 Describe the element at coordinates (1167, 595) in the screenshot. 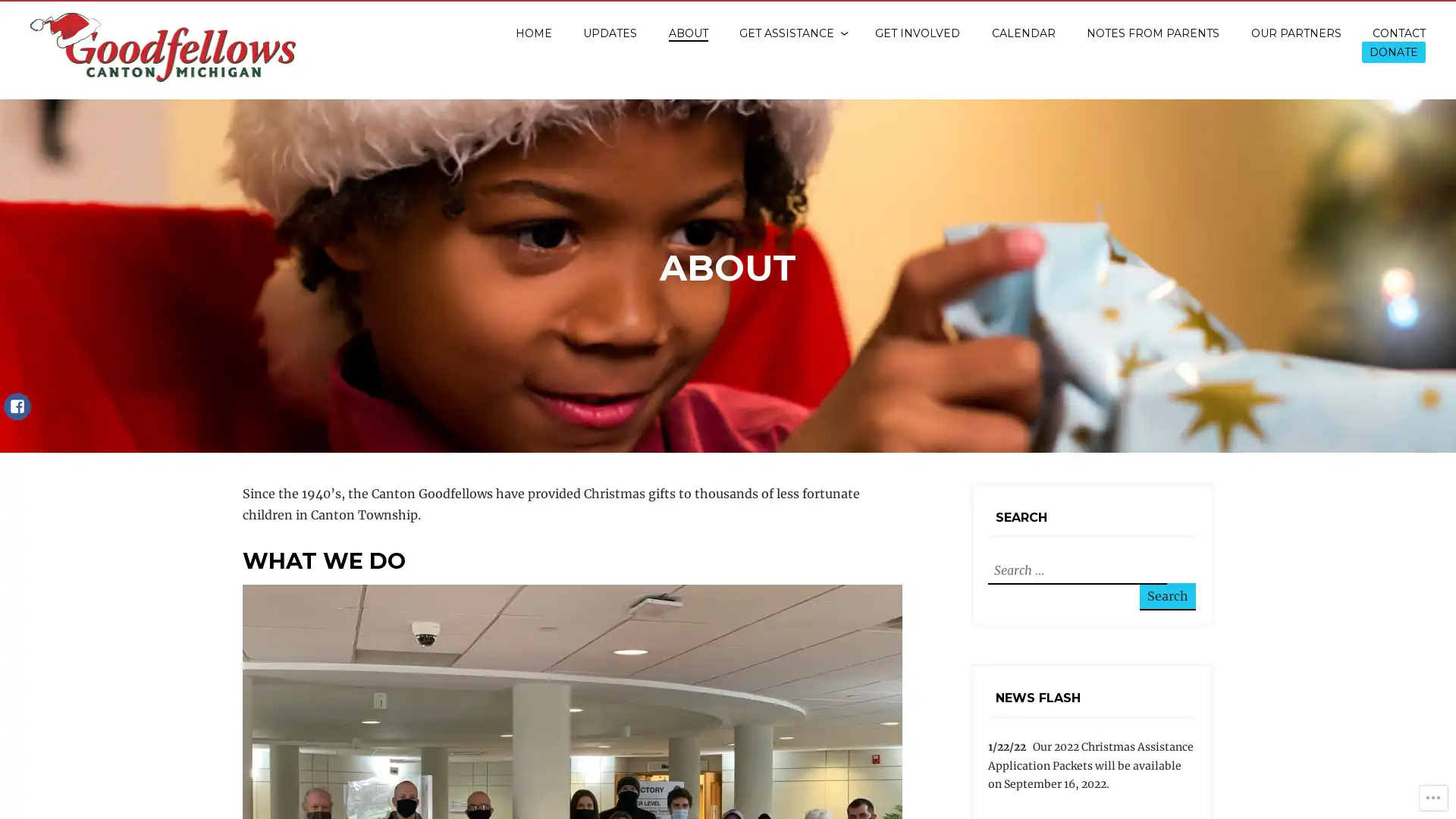

I see `Search` at that location.